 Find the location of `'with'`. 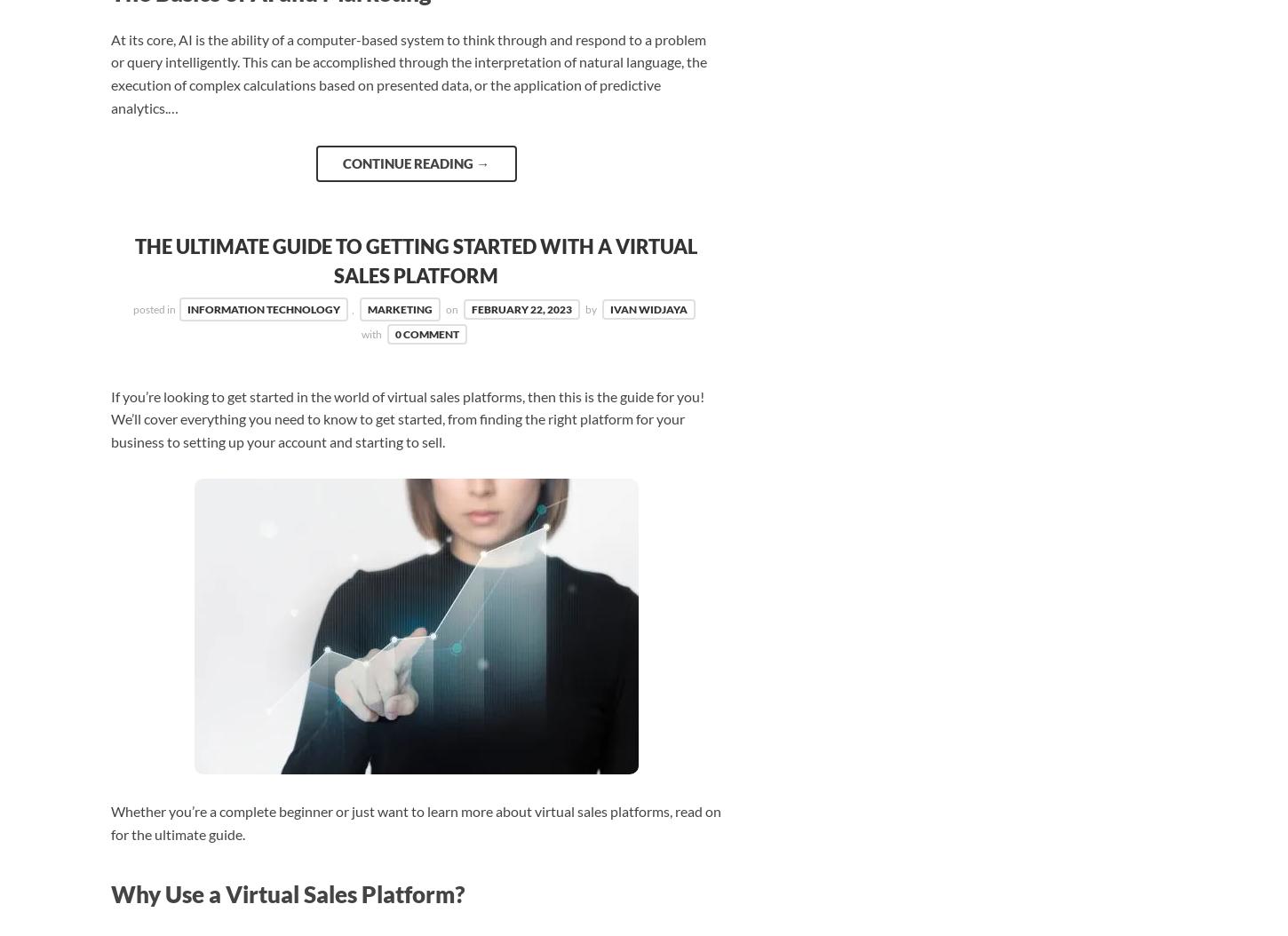

'with' is located at coordinates (371, 333).